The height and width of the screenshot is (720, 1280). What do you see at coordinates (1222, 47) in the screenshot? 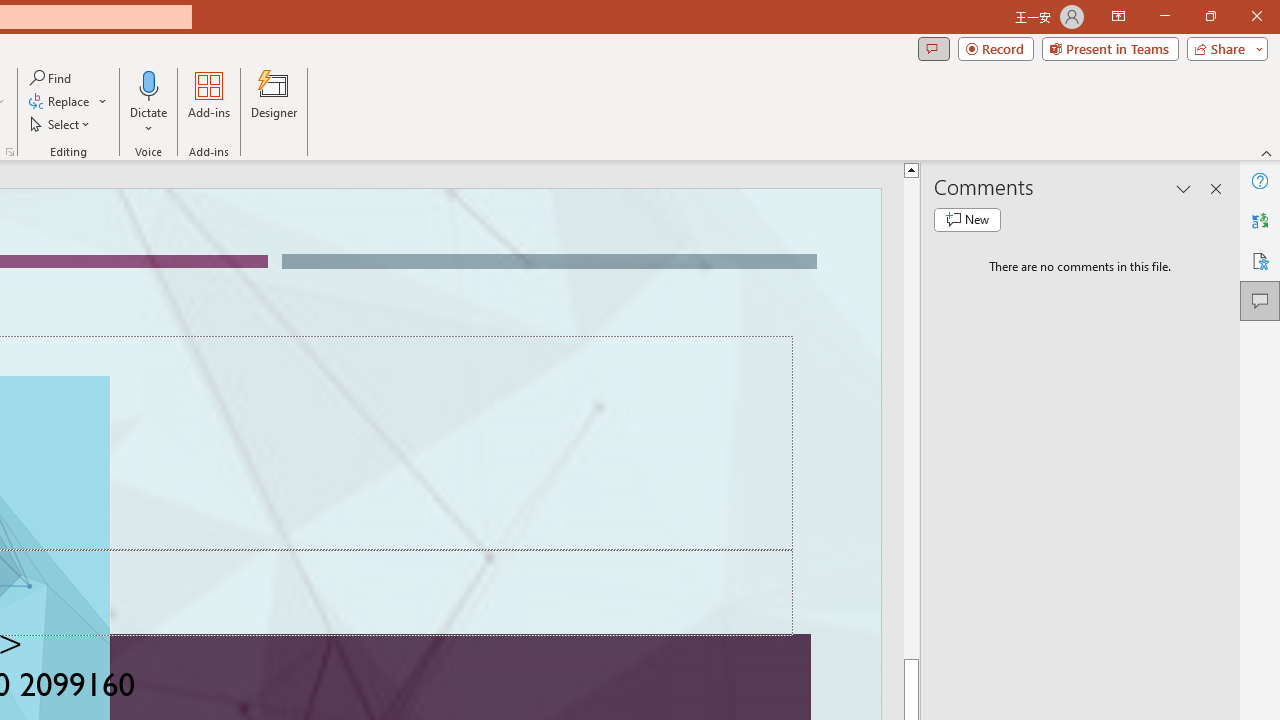
I see `'Share'` at bounding box center [1222, 47].